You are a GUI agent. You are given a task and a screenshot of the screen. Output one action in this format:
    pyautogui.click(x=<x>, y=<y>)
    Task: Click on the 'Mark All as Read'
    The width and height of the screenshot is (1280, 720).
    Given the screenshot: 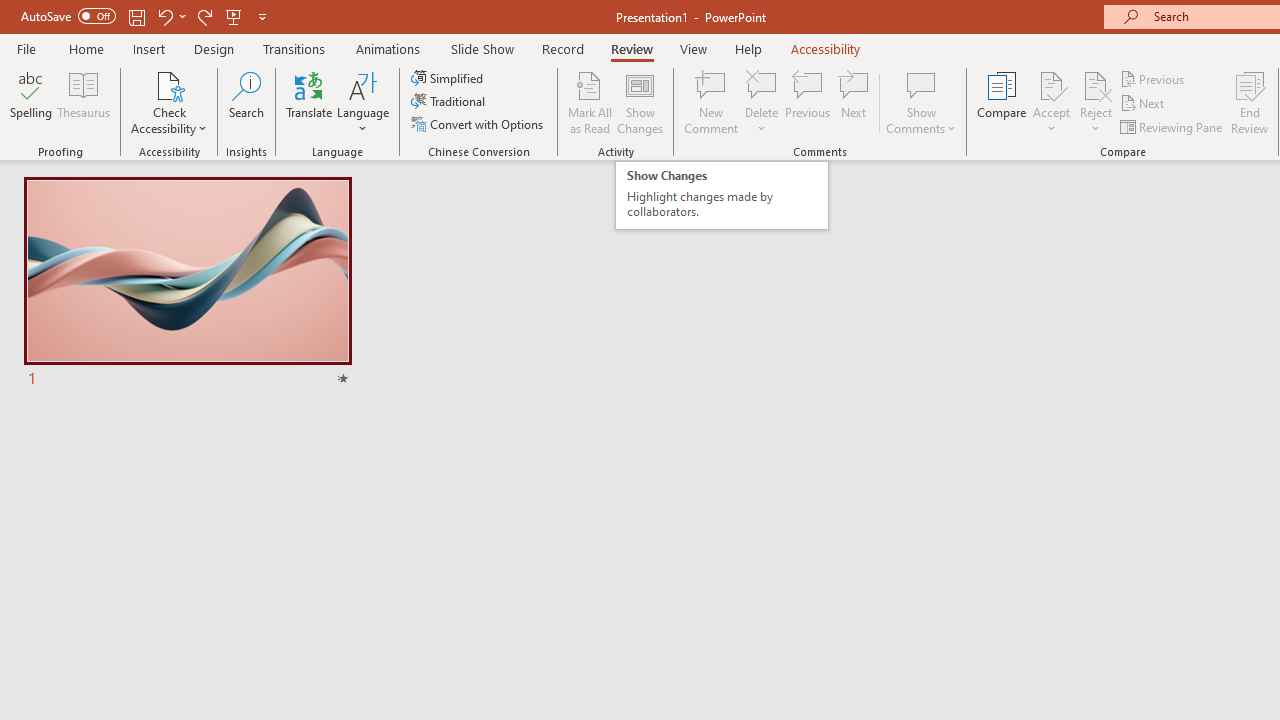 What is the action you would take?
    pyautogui.click(x=589, y=103)
    